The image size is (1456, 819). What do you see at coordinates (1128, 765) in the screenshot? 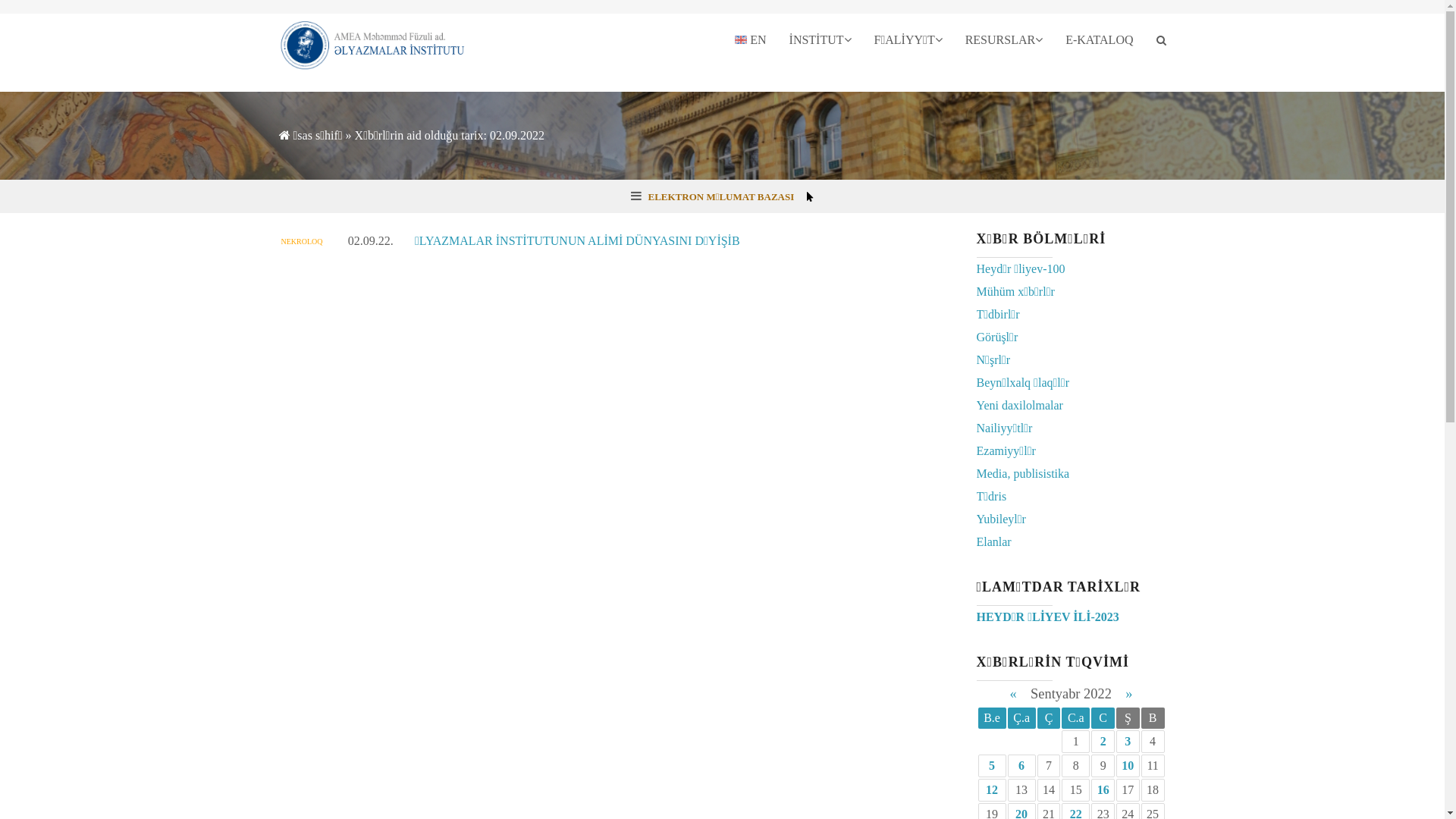
I see `'10'` at bounding box center [1128, 765].